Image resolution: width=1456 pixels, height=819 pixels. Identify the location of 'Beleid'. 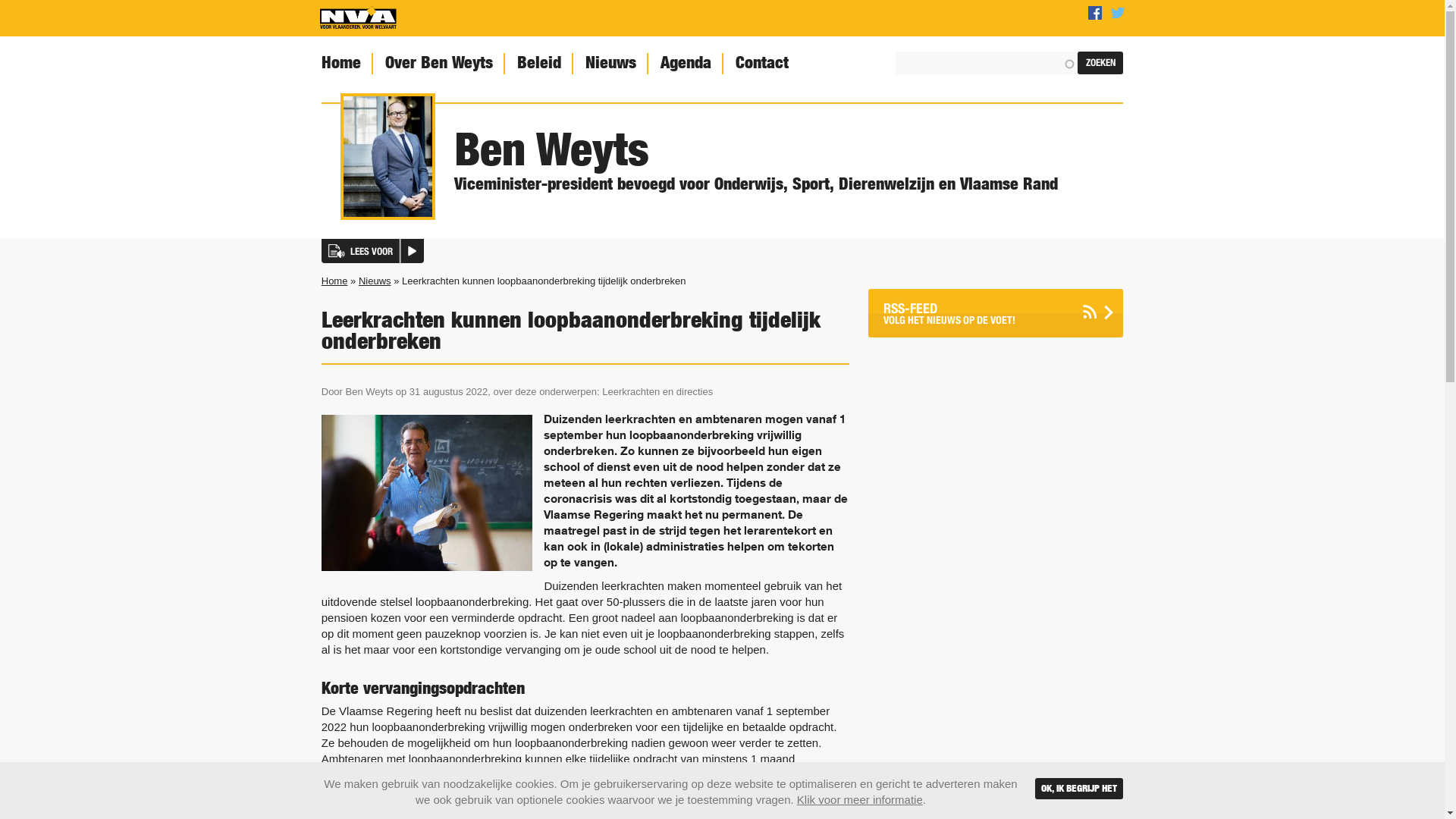
(503, 63).